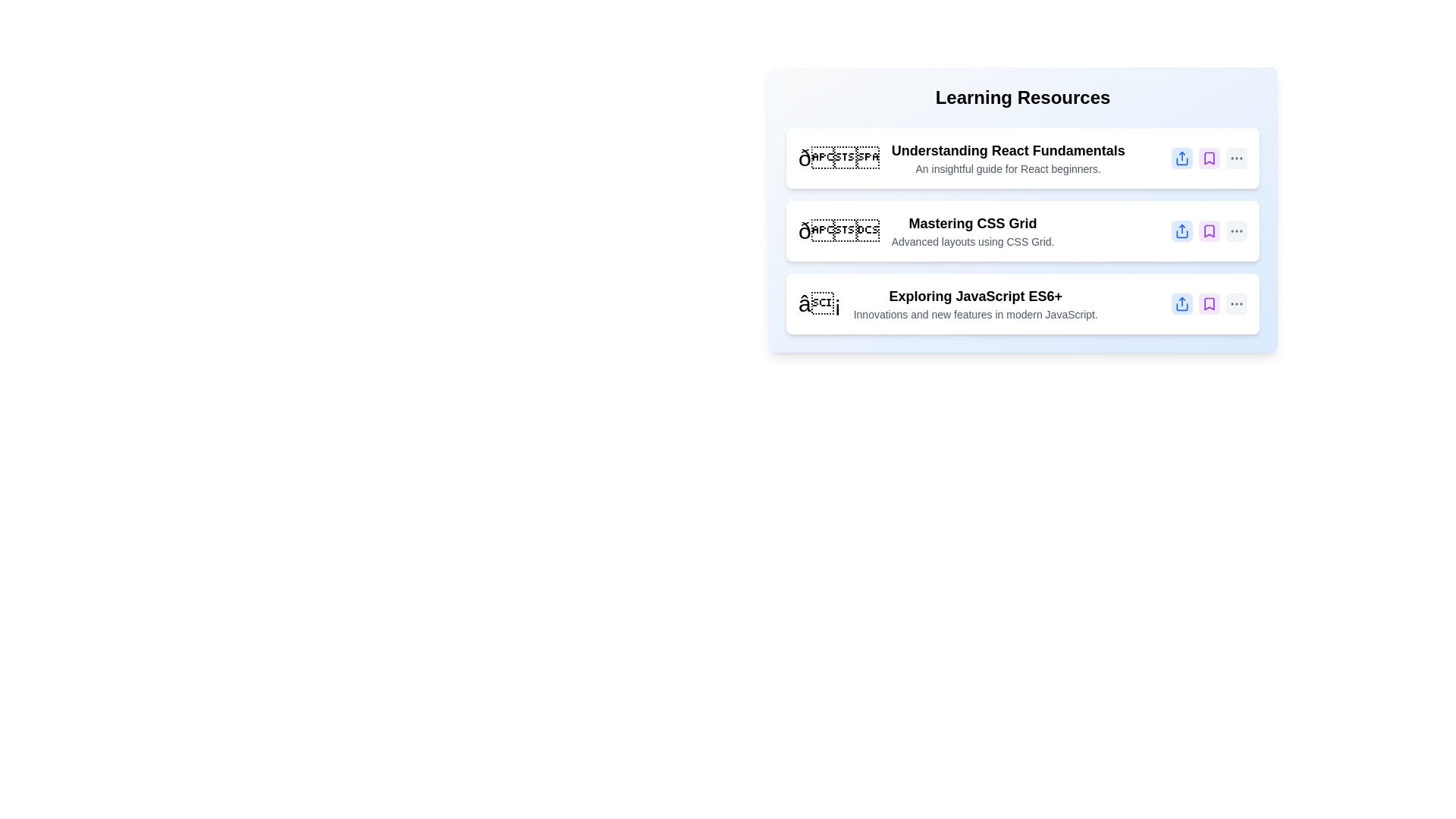  I want to click on the icon of the item with the title Understanding React Fundamentals, so click(838, 158).